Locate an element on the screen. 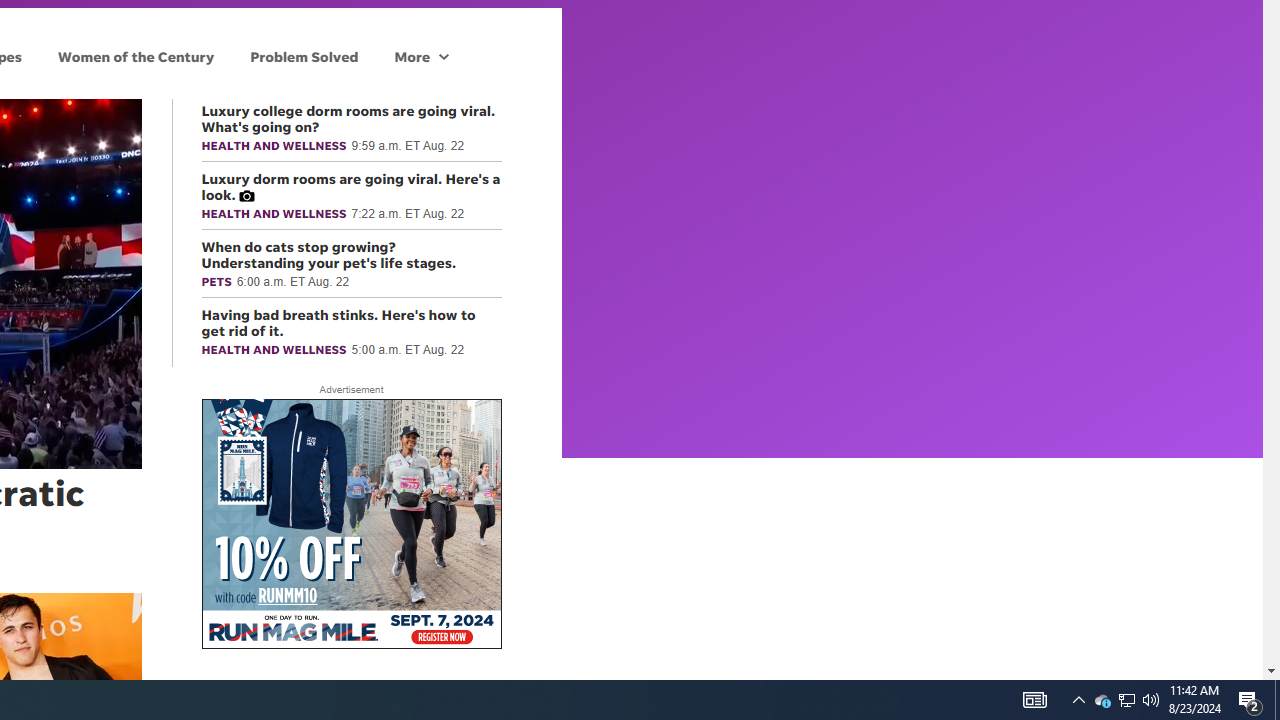 This screenshot has height=720, width=1280. 'Show desktop' is located at coordinates (1276, 698).